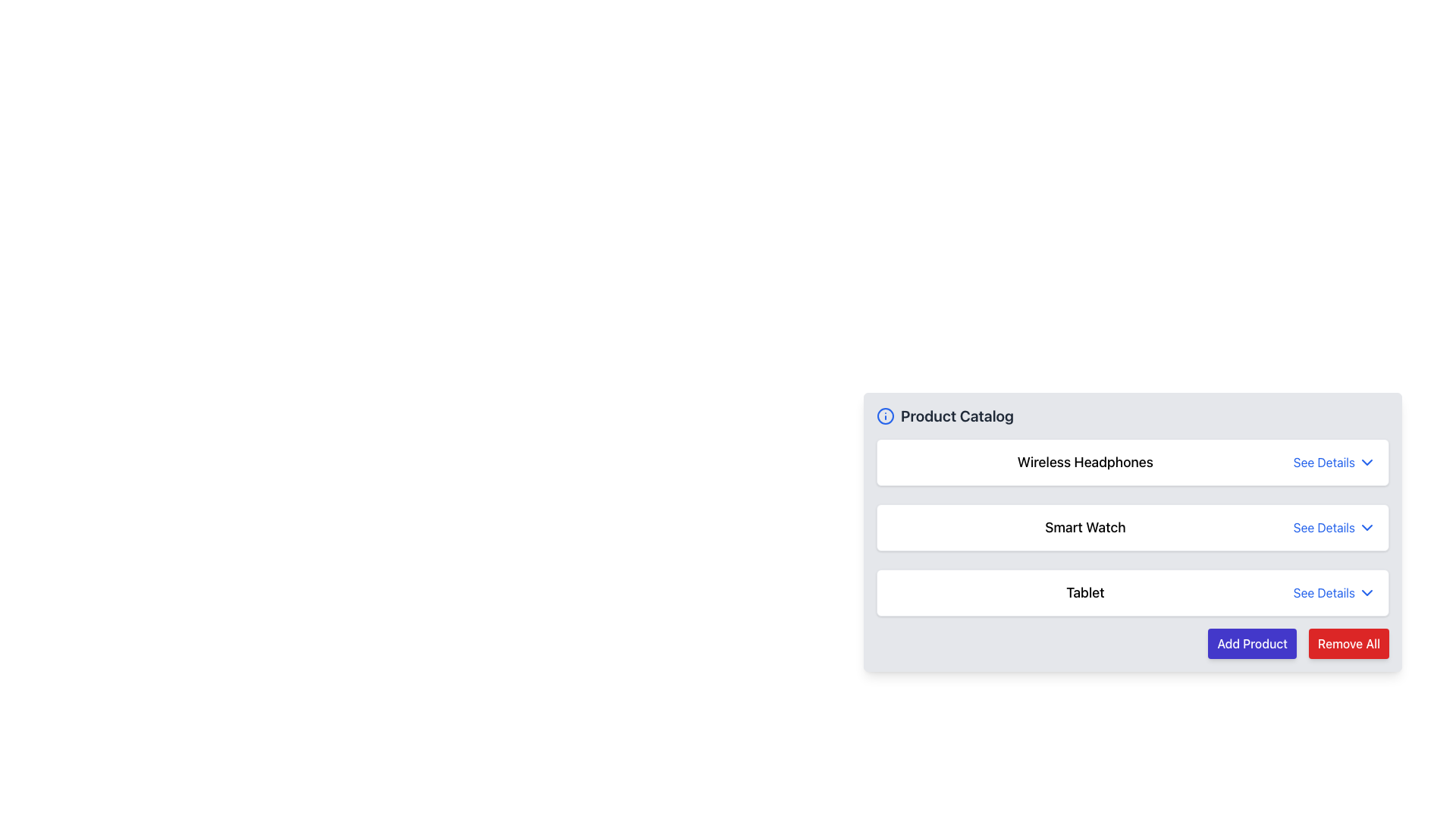 The width and height of the screenshot is (1456, 819). Describe the element at coordinates (1335, 592) in the screenshot. I see `the interactive link or button for 'Tablet' located at the far-right side of the third row` at that location.